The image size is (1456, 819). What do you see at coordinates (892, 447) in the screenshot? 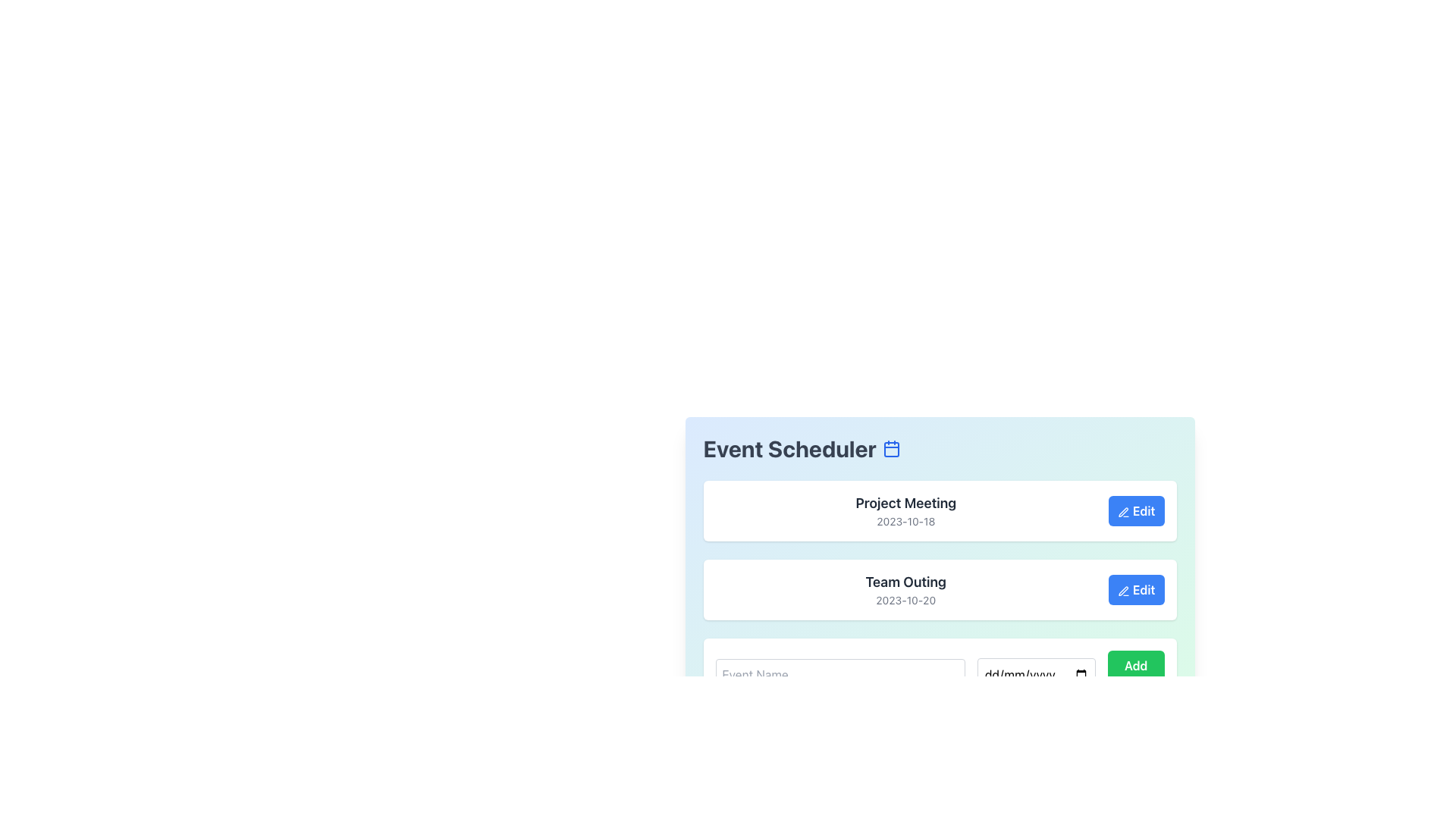
I see `the decorative or functional icon related to scheduling events, which is located to the right of the 'Event Scheduler' title and aligns vertically with it` at bounding box center [892, 447].